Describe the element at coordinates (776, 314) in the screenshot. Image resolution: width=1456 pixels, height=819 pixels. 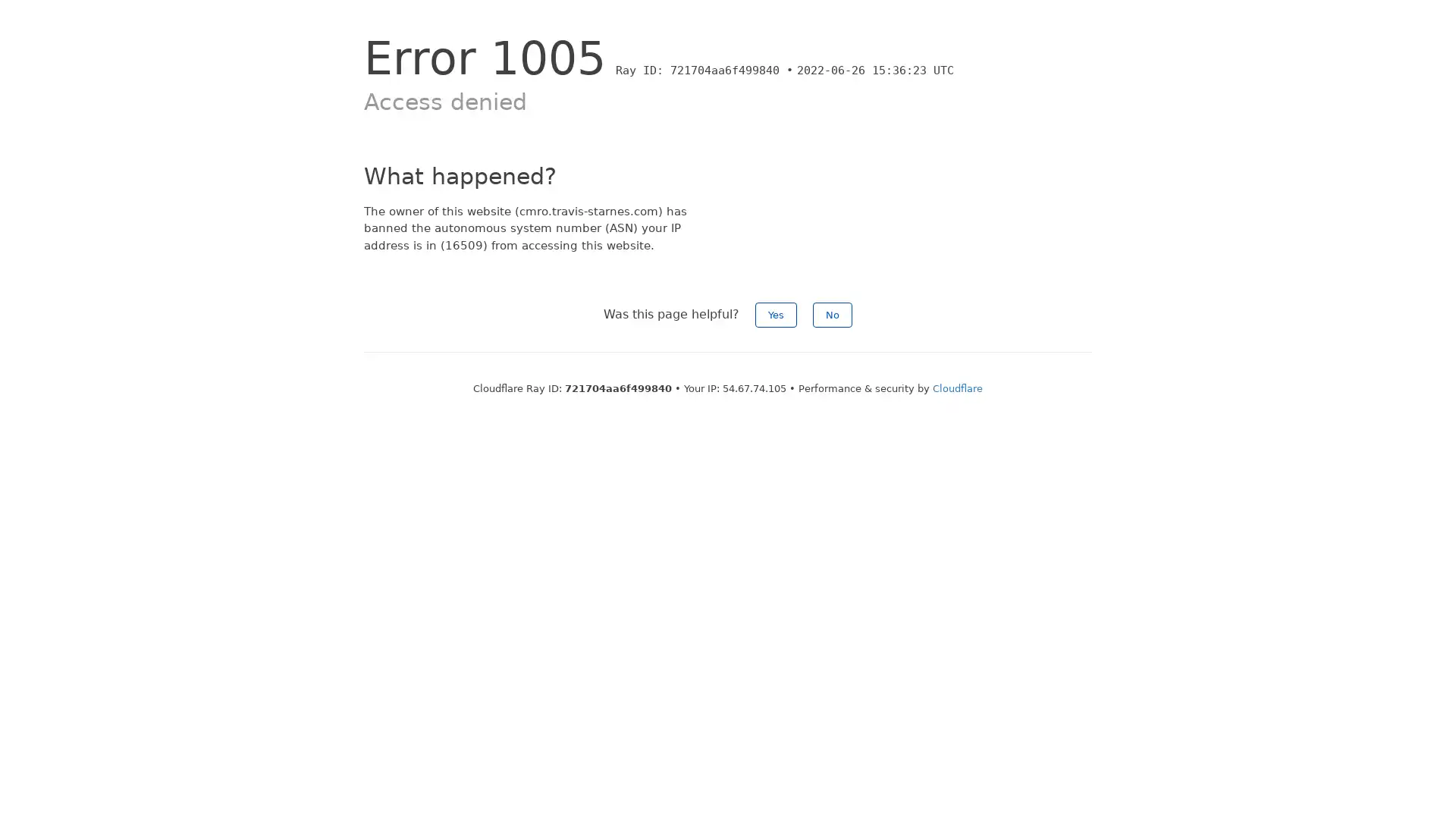
I see `Yes` at that location.